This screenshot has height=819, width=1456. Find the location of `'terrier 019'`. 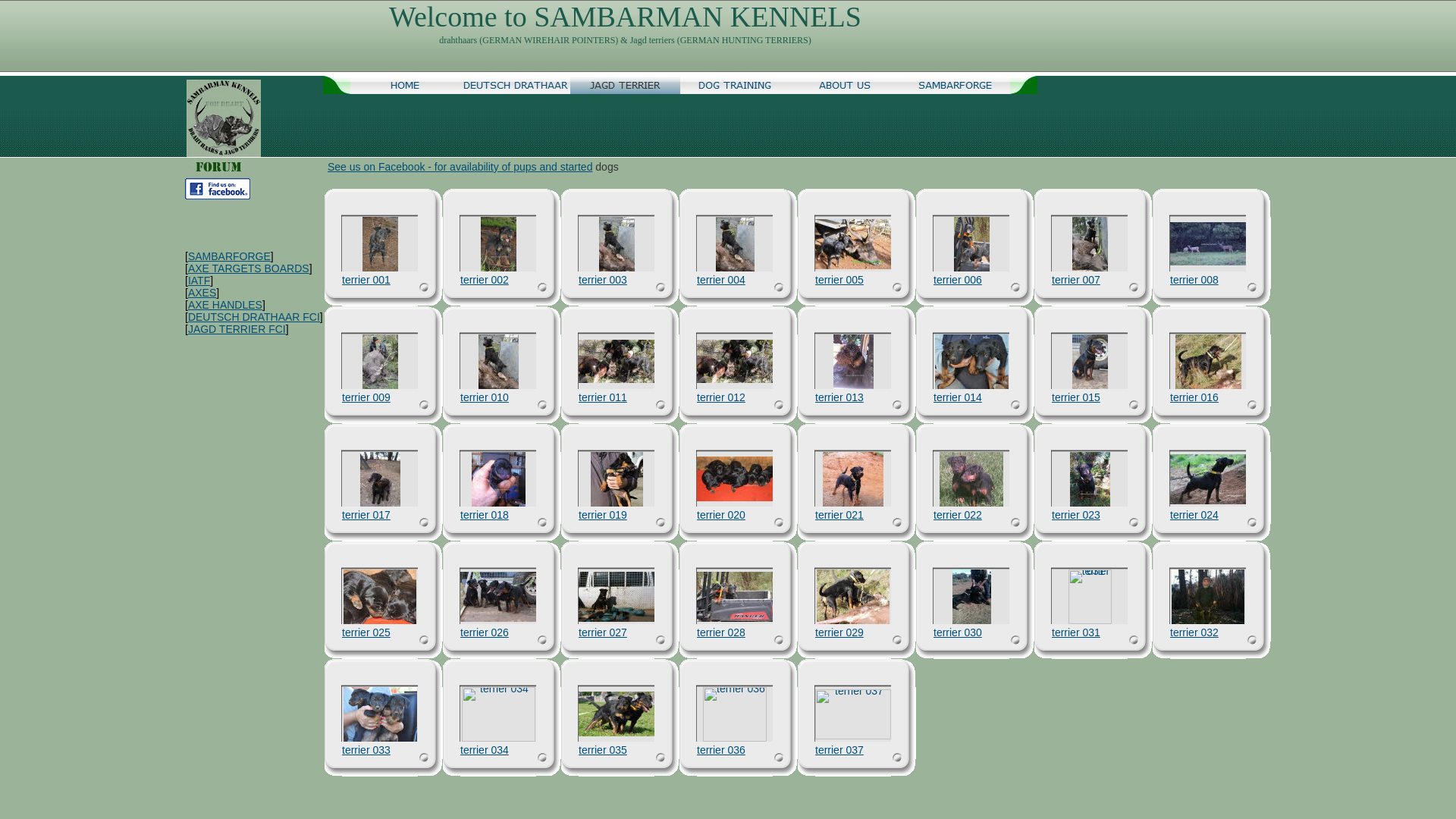

'terrier 019' is located at coordinates (602, 513).